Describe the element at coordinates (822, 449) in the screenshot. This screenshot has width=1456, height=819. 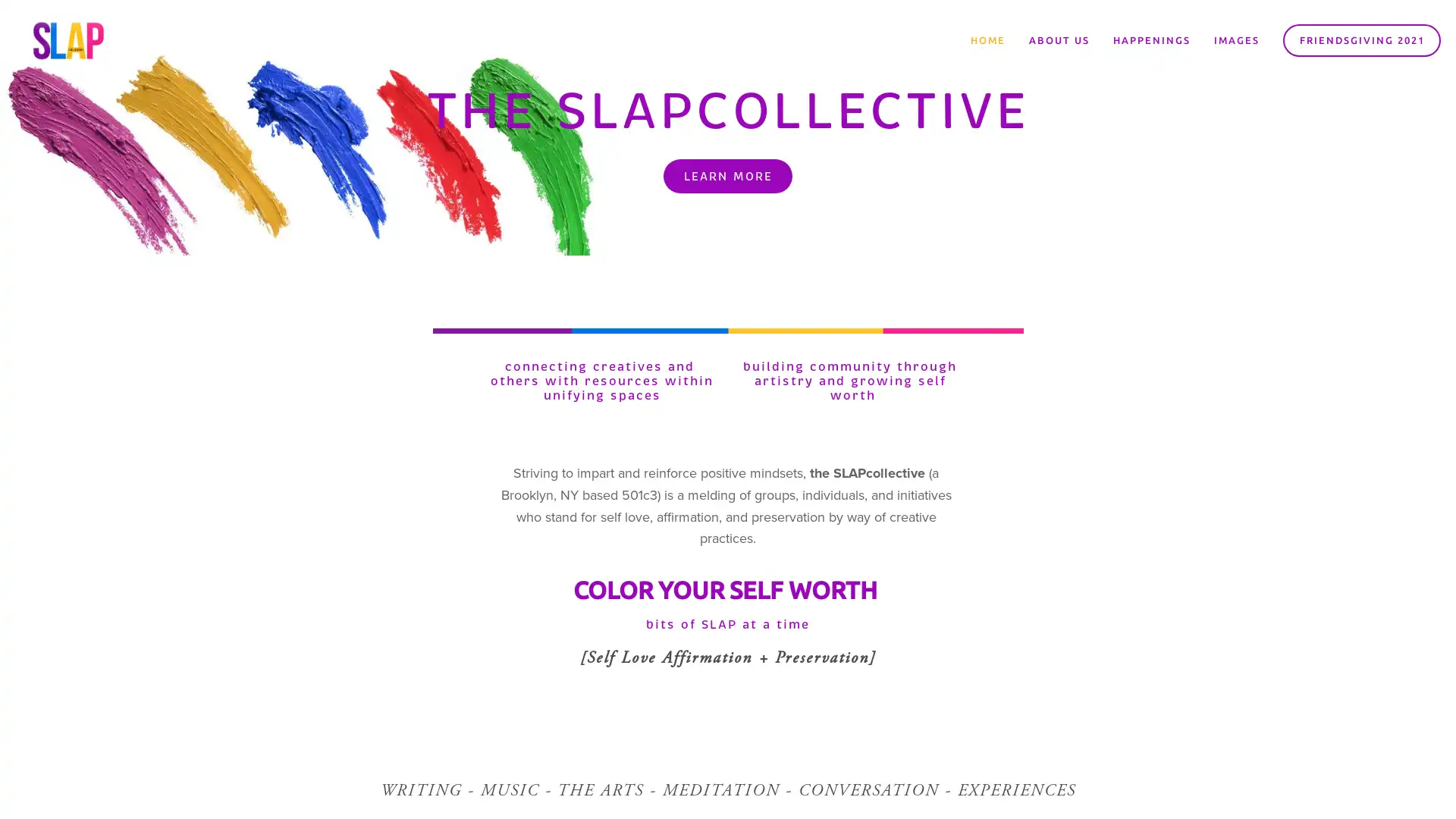
I see `get mo' SLAP!` at that location.